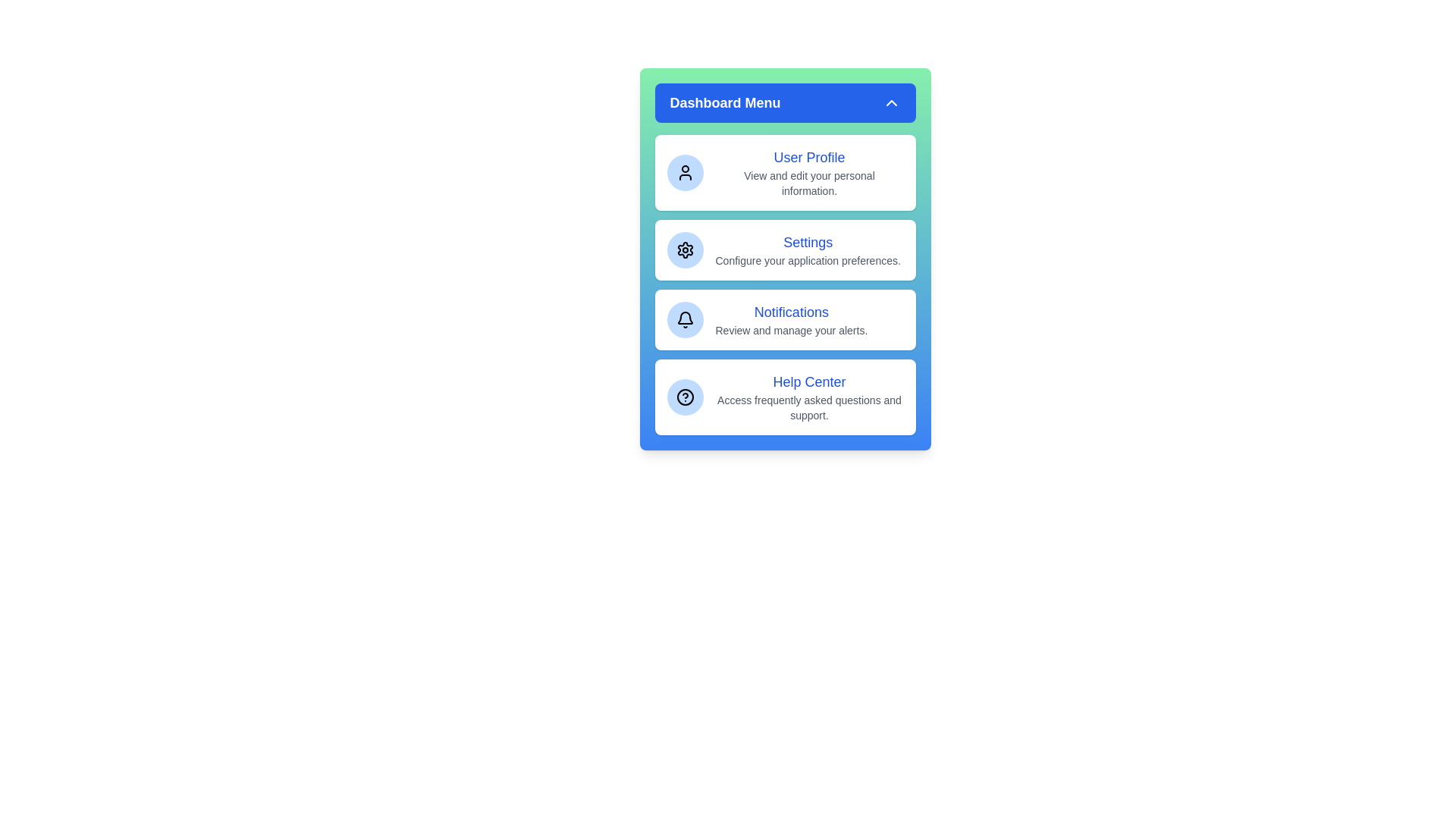 The width and height of the screenshot is (1456, 819). Describe the element at coordinates (785, 249) in the screenshot. I see `the menu option Settings` at that location.